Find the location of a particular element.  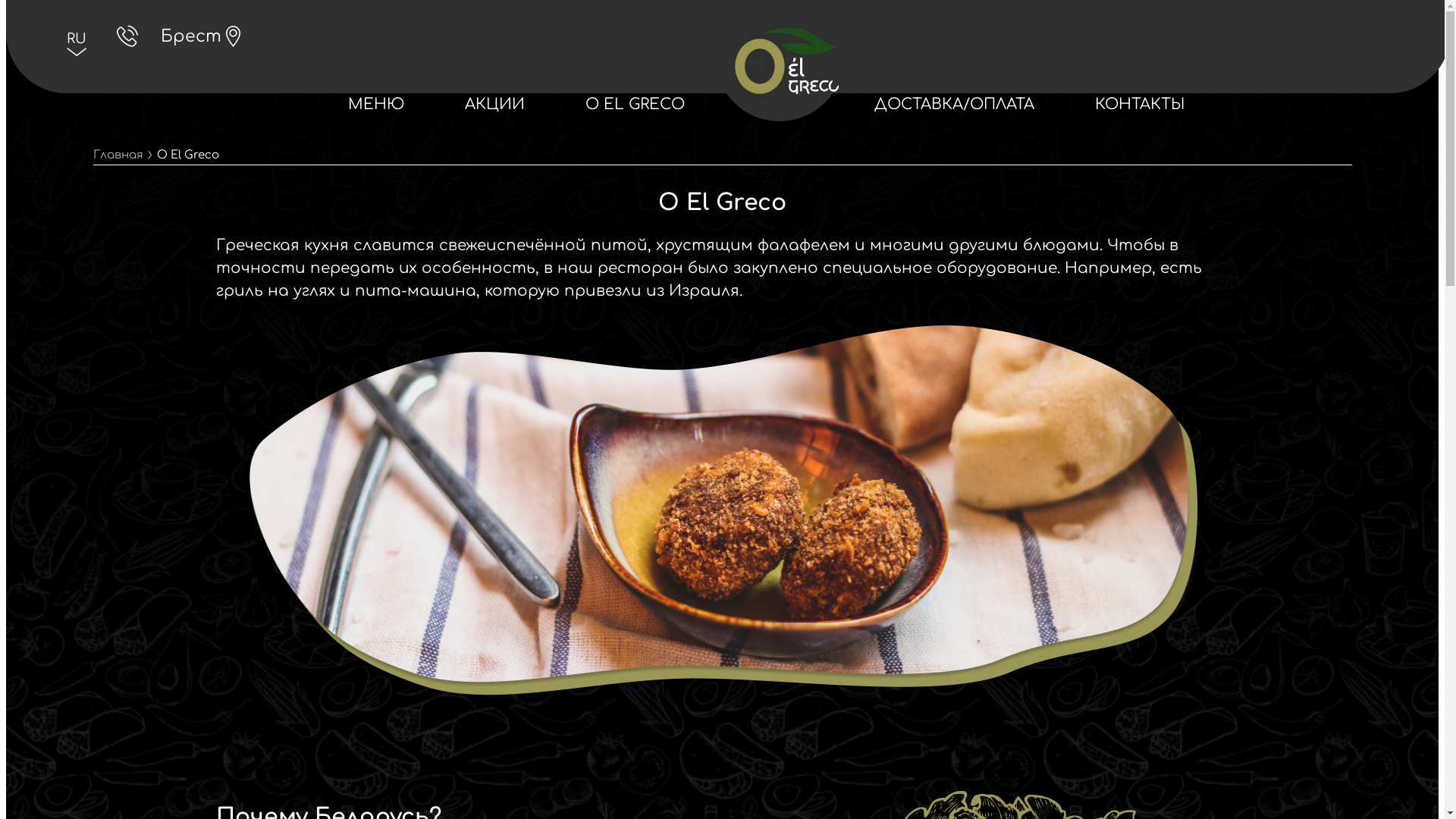

'RU' is located at coordinates (75, 37).